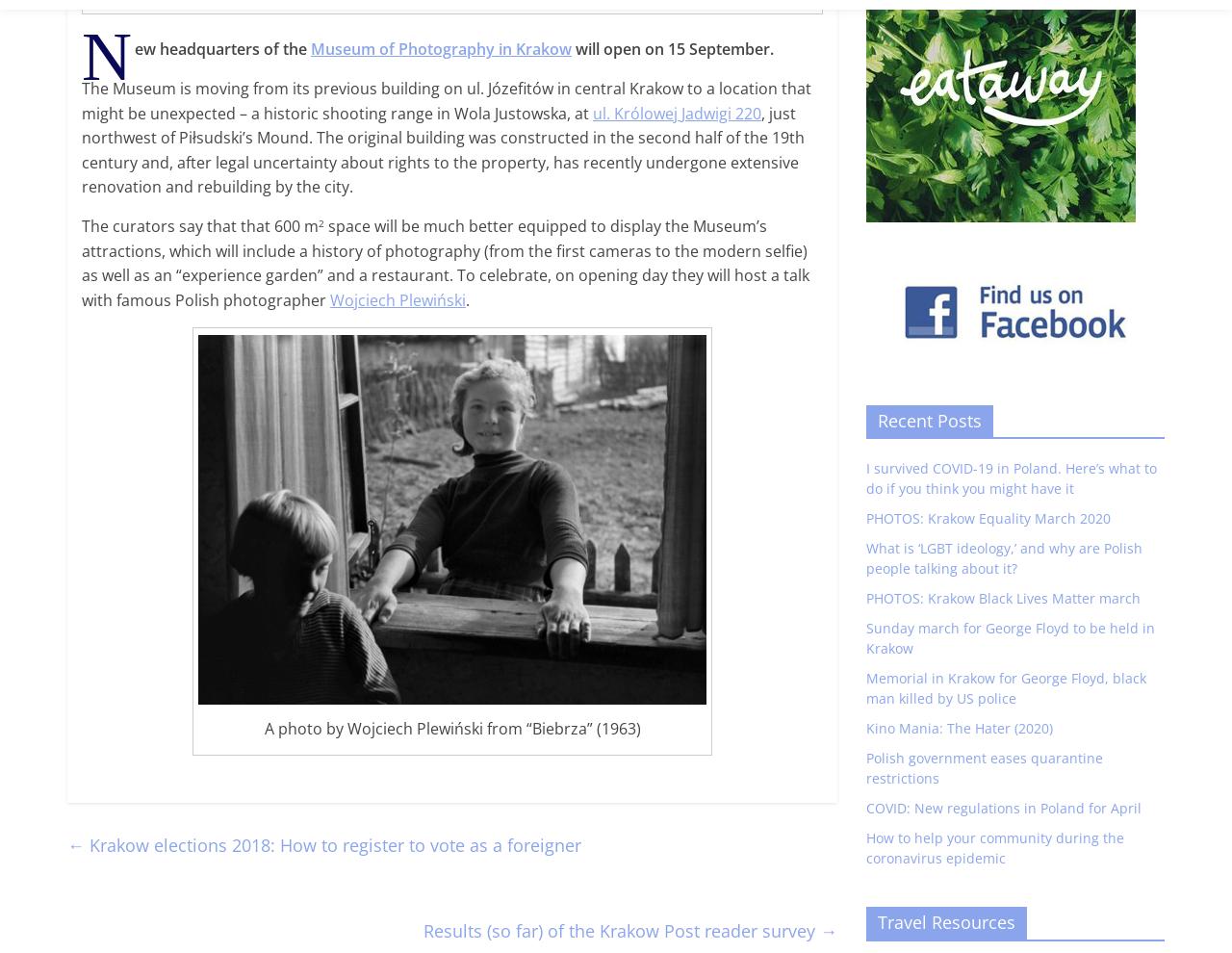  Describe the element at coordinates (959, 728) in the screenshot. I see `'Kino Mania: The Hater (2020)'` at that location.